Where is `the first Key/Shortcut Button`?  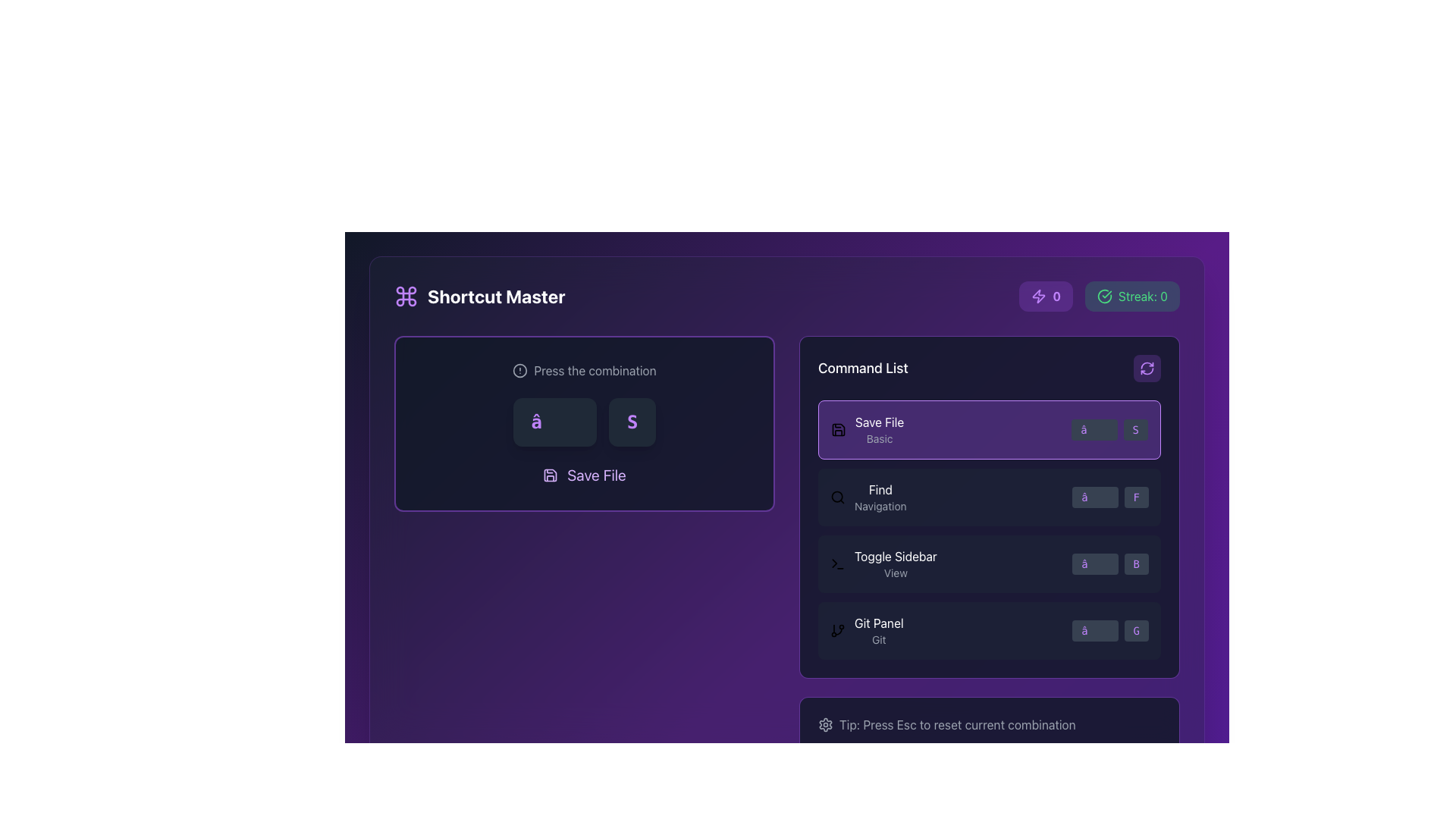
the first Key/Shortcut Button is located at coordinates (1095, 631).